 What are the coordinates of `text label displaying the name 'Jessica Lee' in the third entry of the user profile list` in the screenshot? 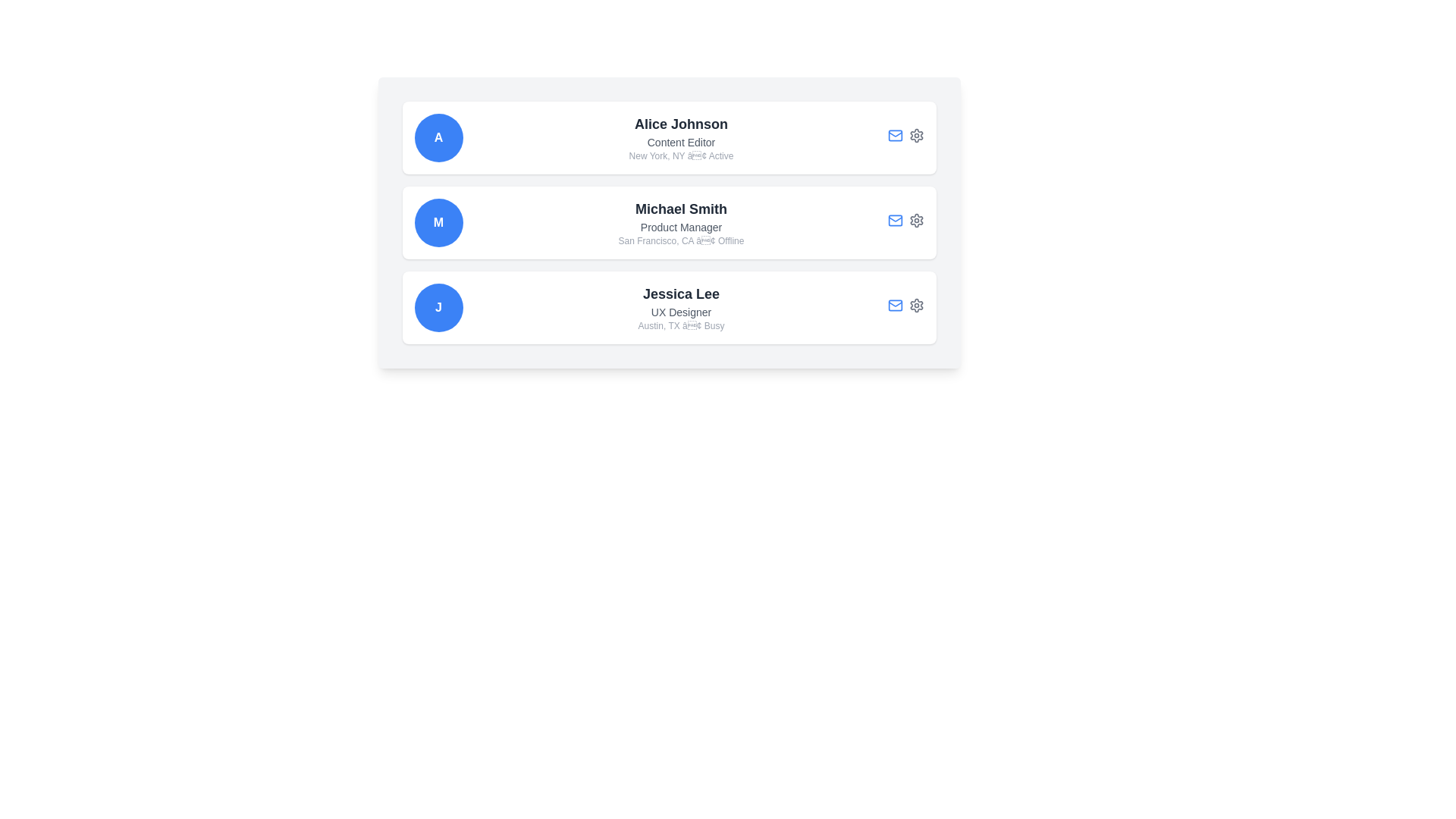 It's located at (680, 294).